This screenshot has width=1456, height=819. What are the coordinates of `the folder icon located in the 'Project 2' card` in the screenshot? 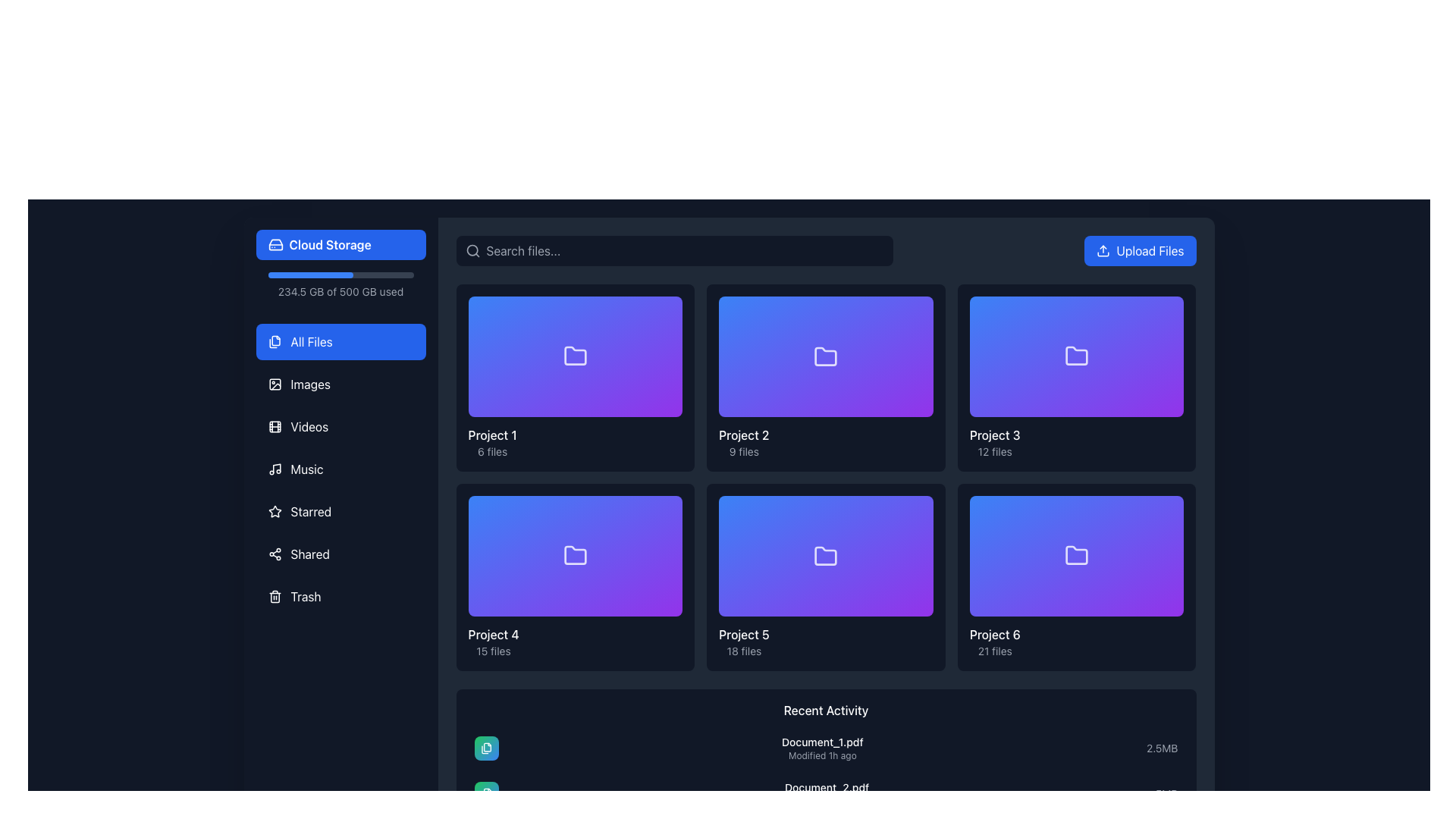 It's located at (825, 356).